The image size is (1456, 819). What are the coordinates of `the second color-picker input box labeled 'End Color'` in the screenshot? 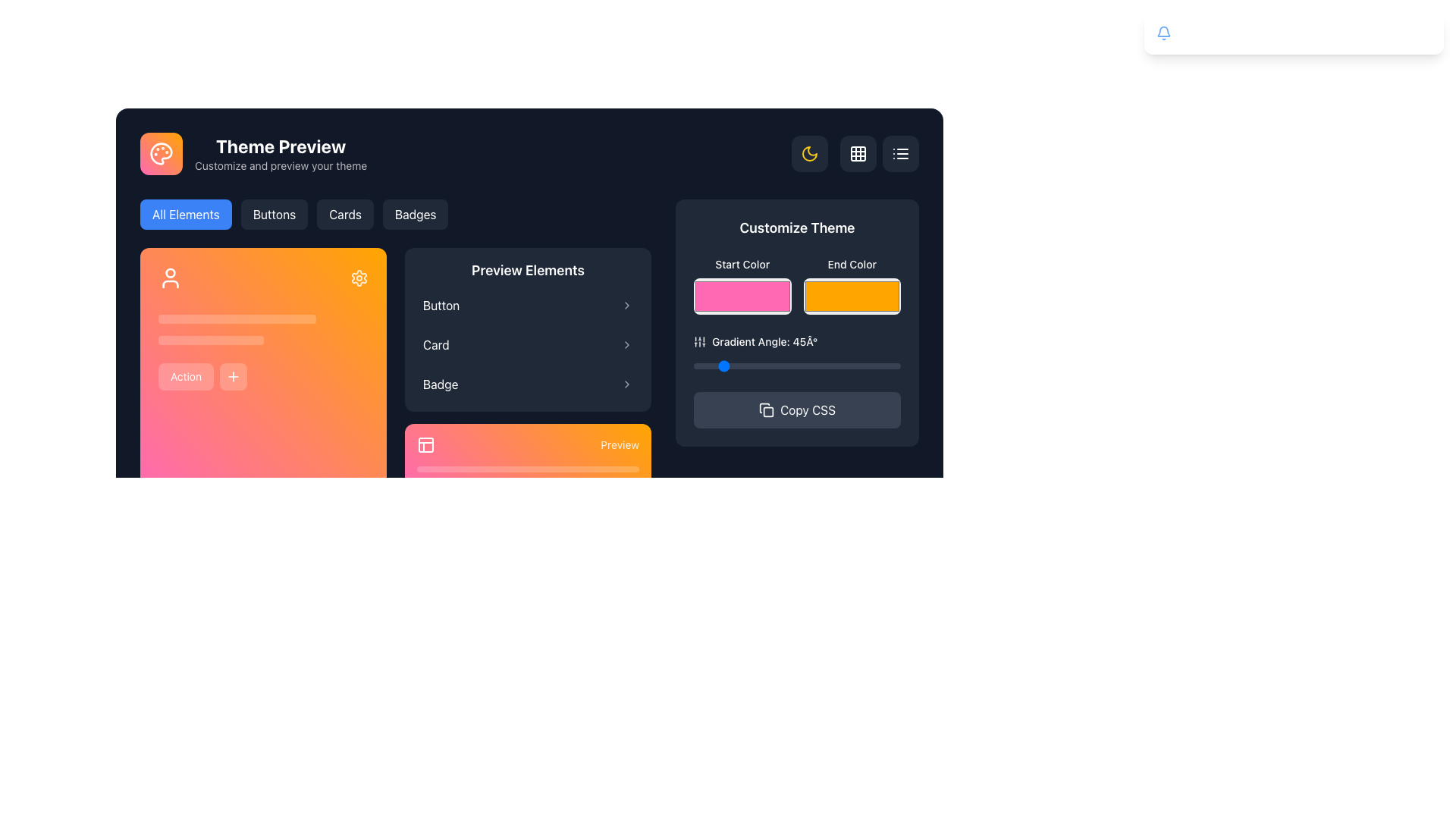 It's located at (852, 296).